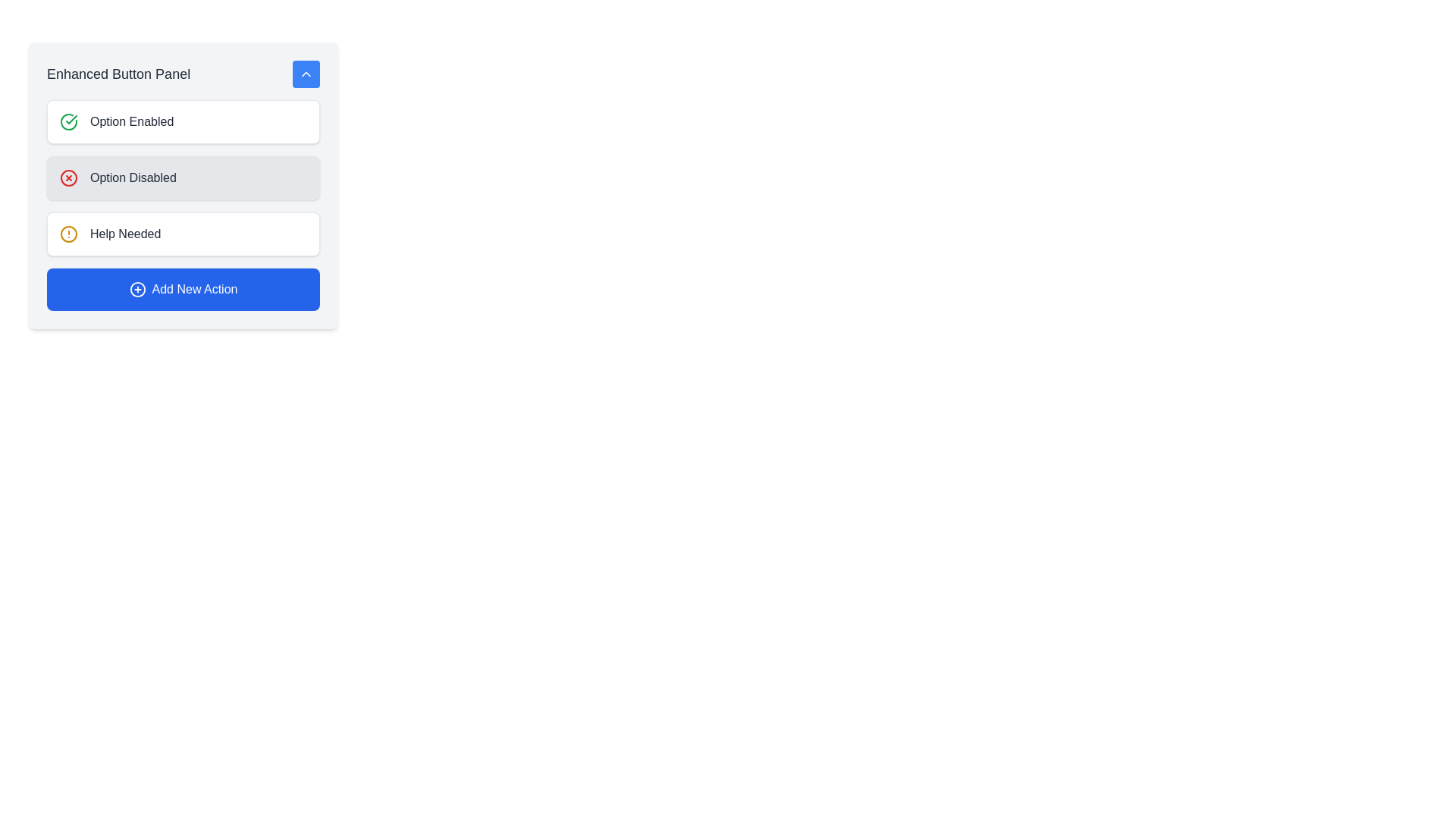  What do you see at coordinates (193, 289) in the screenshot?
I see `text content of the text label that indicates the button for adding a new action, located at the bottom of the vertical panel` at bounding box center [193, 289].